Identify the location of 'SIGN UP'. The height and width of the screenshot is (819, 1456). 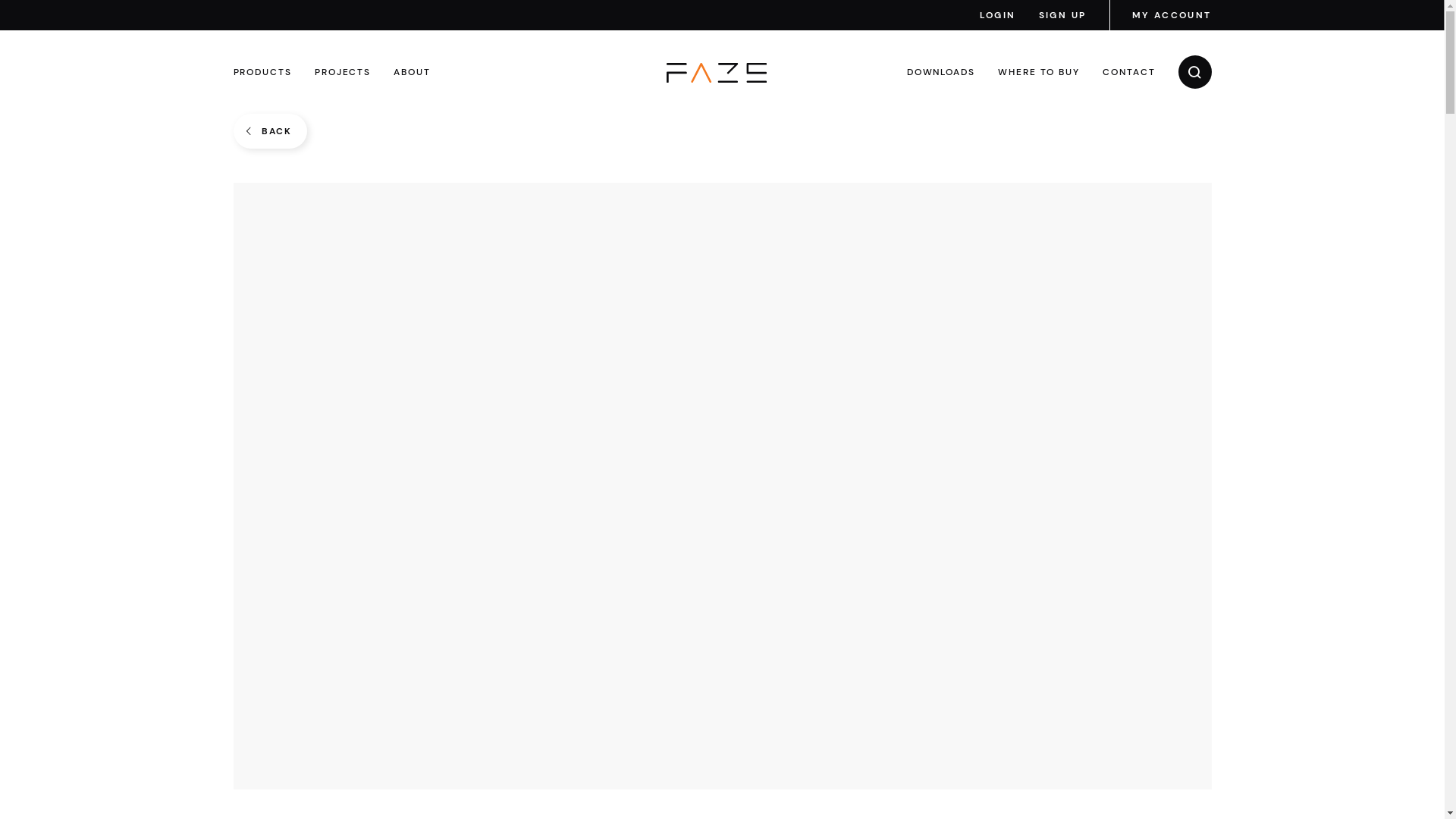
(1062, 14).